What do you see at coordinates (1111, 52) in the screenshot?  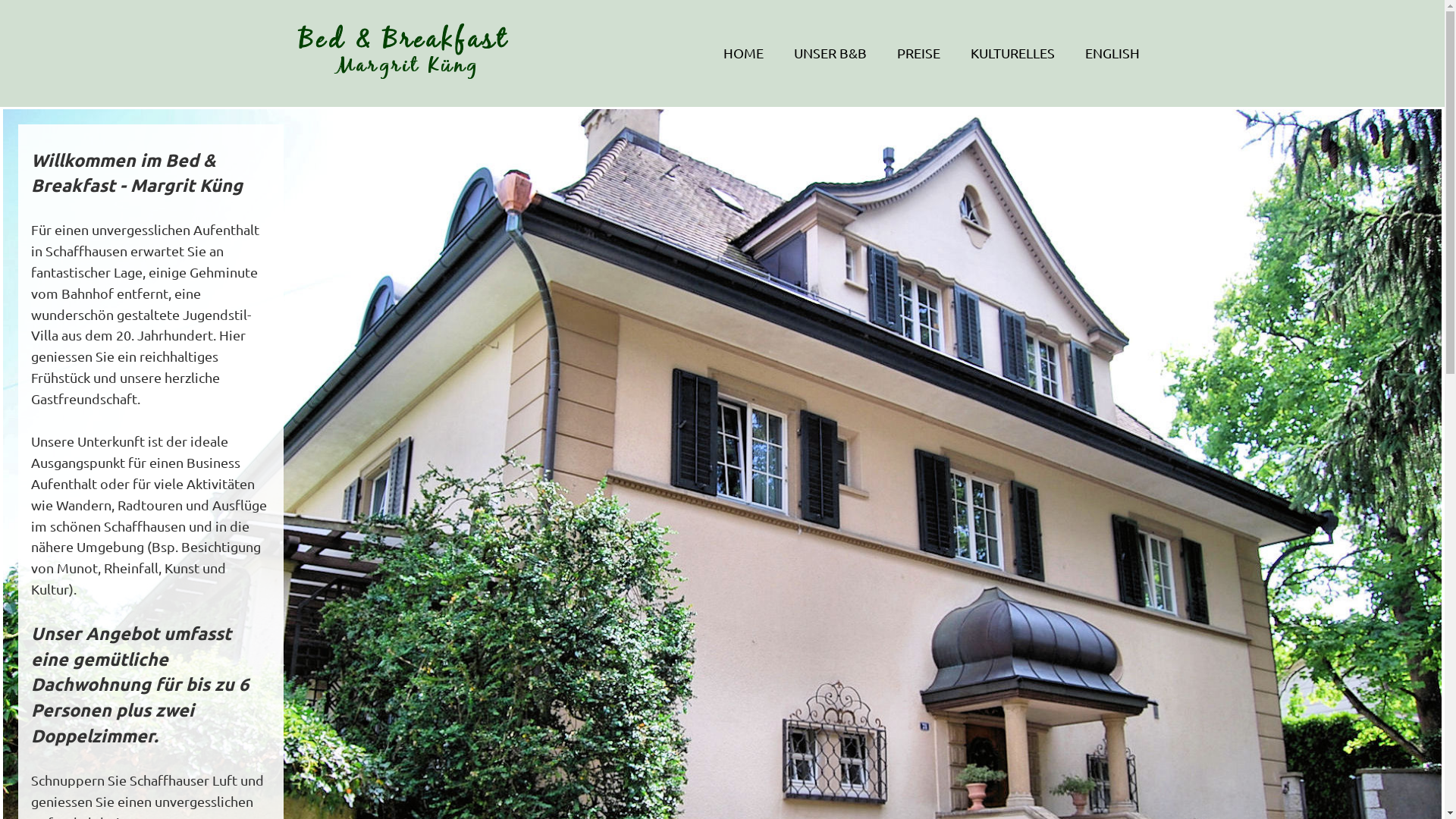 I see `'ENGLISH'` at bounding box center [1111, 52].